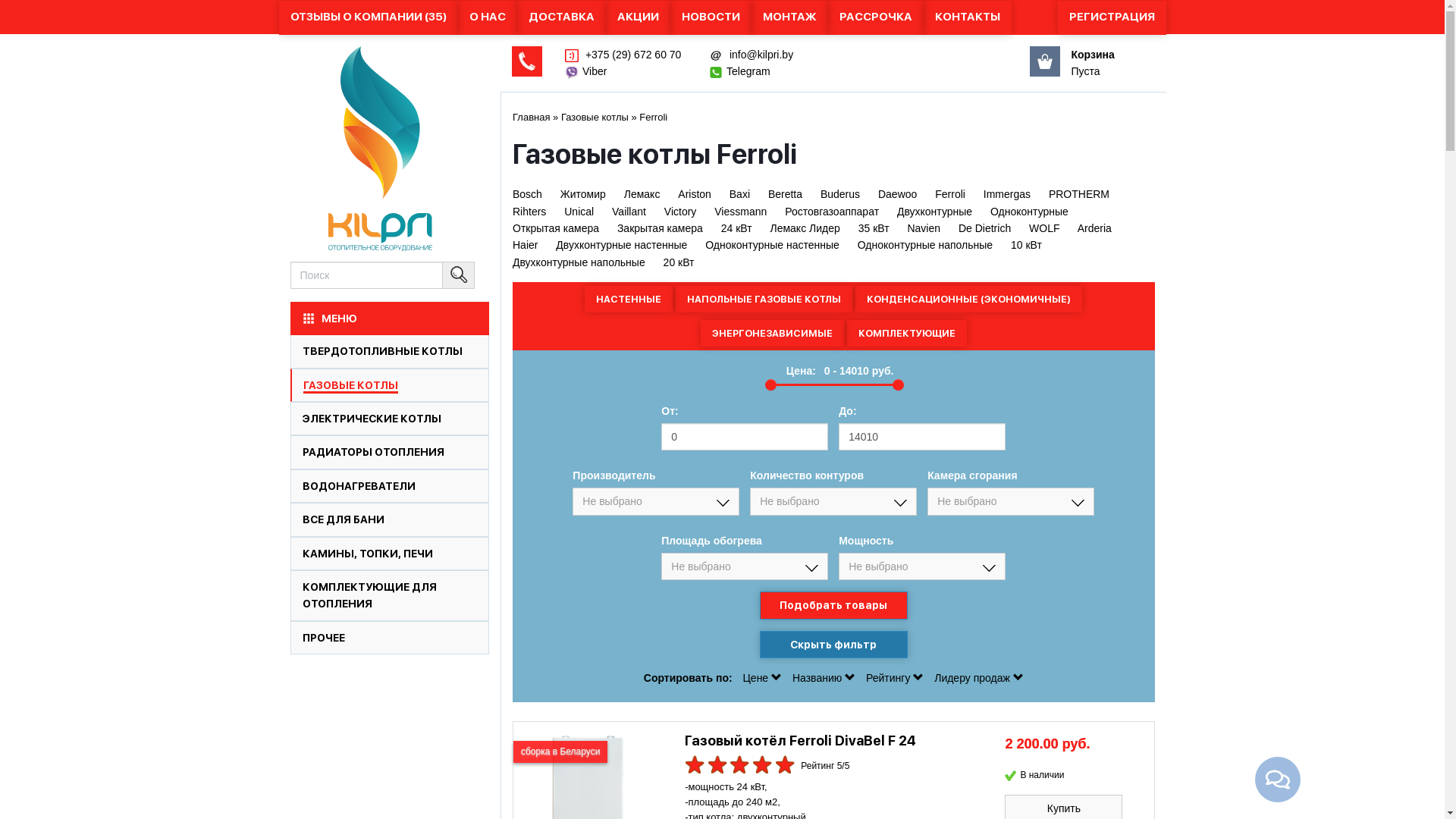 Image resolution: width=1456 pixels, height=819 pixels. I want to click on 'Arderia', so click(1094, 227).